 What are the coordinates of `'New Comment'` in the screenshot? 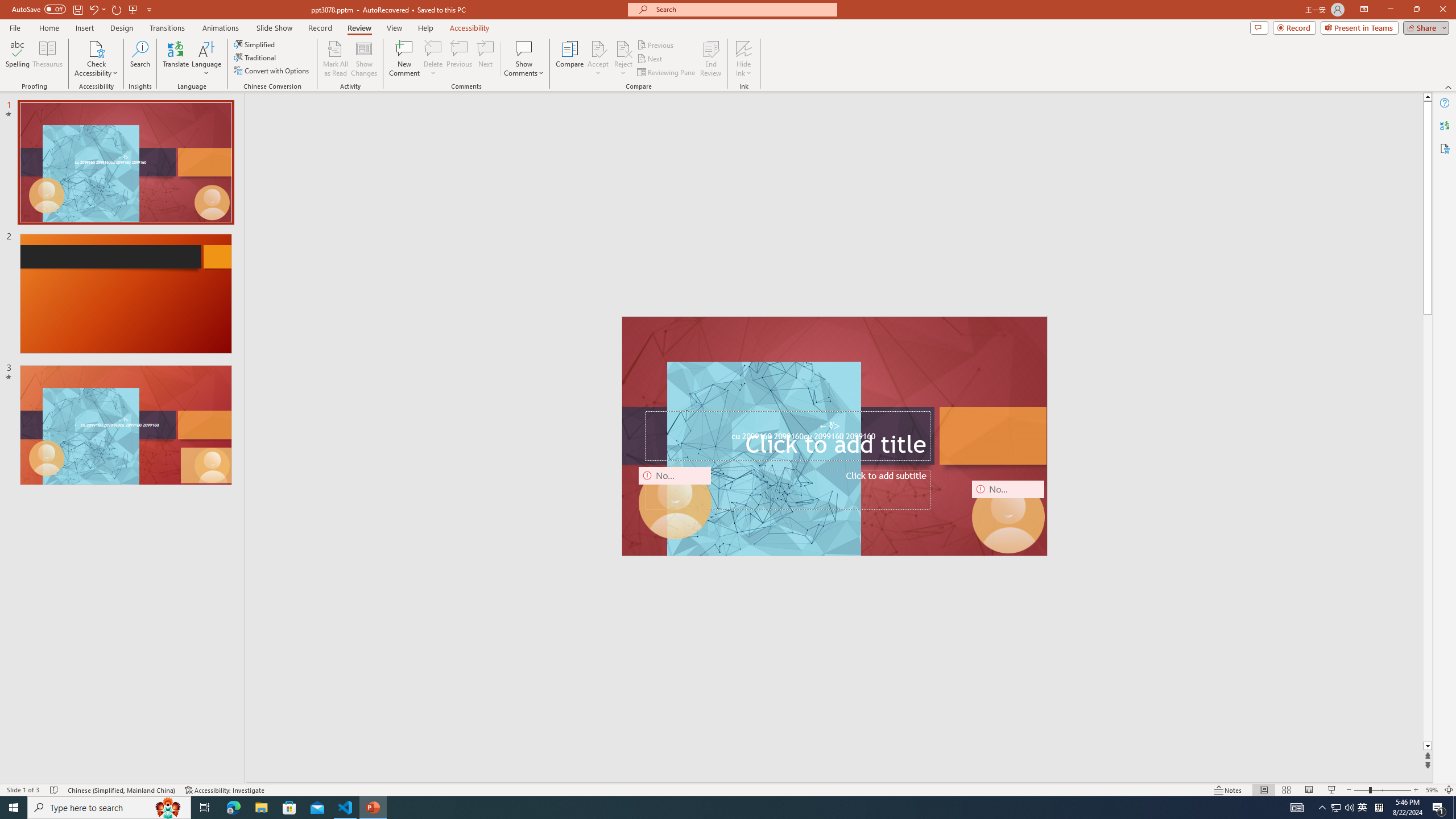 It's located at (403, 59).